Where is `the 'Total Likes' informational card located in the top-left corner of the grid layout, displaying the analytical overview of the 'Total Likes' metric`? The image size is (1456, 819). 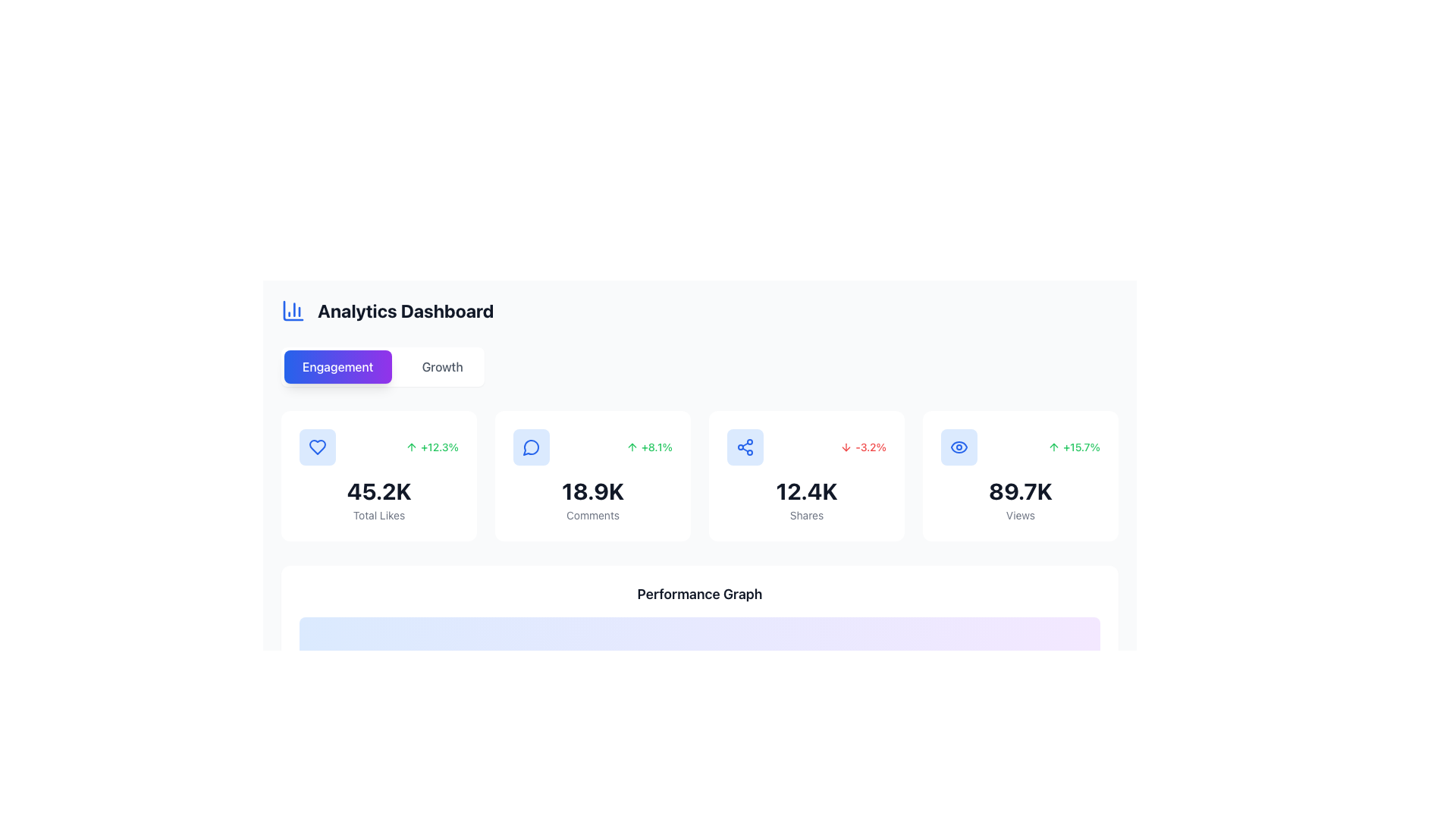 the 'Total Likes' informational card located in the top-left corner of the grid layout, displaying the analytical overview of the 'Total Likes' metric is located at coordinates (378, 475).